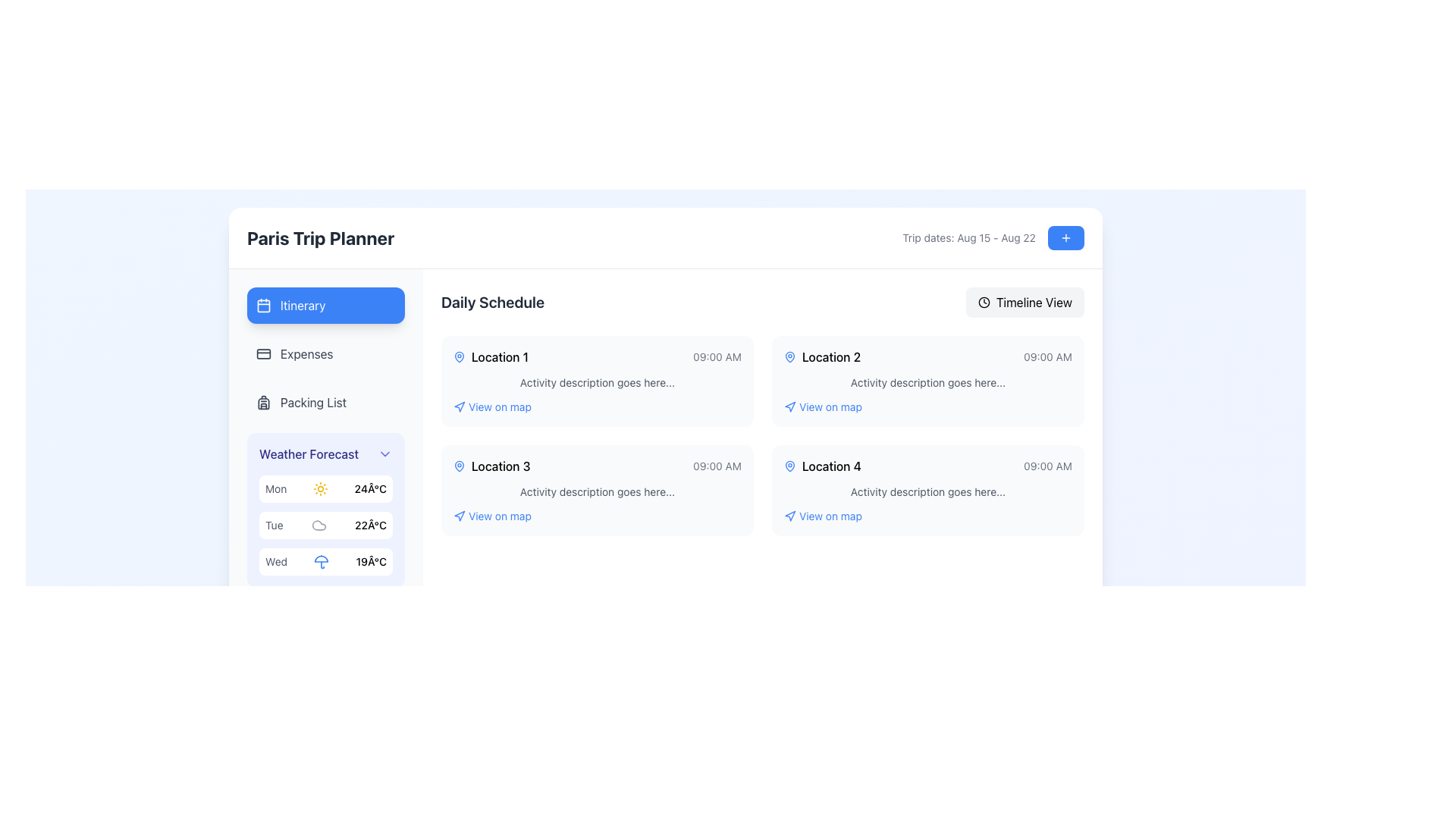 The image size is (1456, 819). I want to click on the minimalistic plus icon centered inside the blue button at the top-right corner of the interface, so click(1065, 237).